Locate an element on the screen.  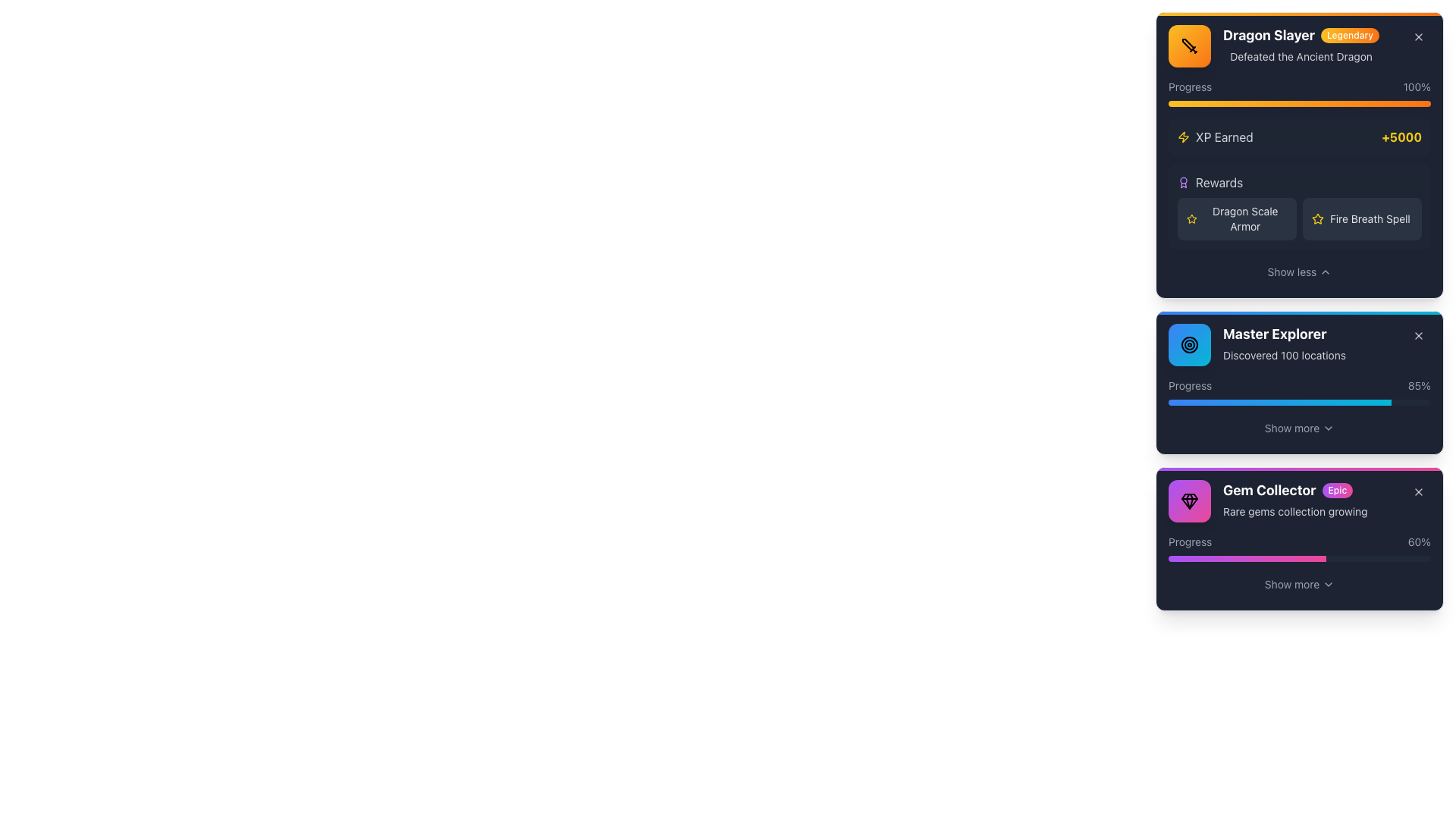
the label displaying '60%' styled with a gray font color, located on the dark rectangular background to the right of the 'Progress' text within the 'Gem Collector' card is located at coordinates (1418, 541).